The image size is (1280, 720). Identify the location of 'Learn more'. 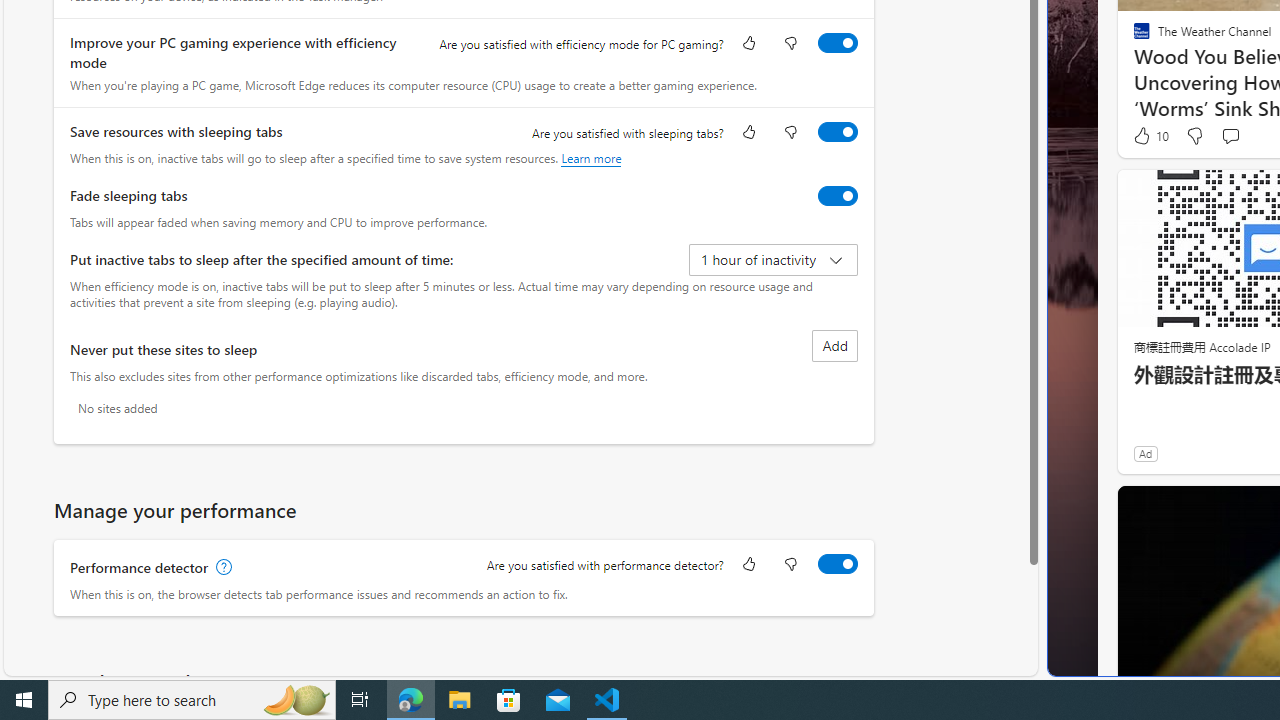
(590, 157).